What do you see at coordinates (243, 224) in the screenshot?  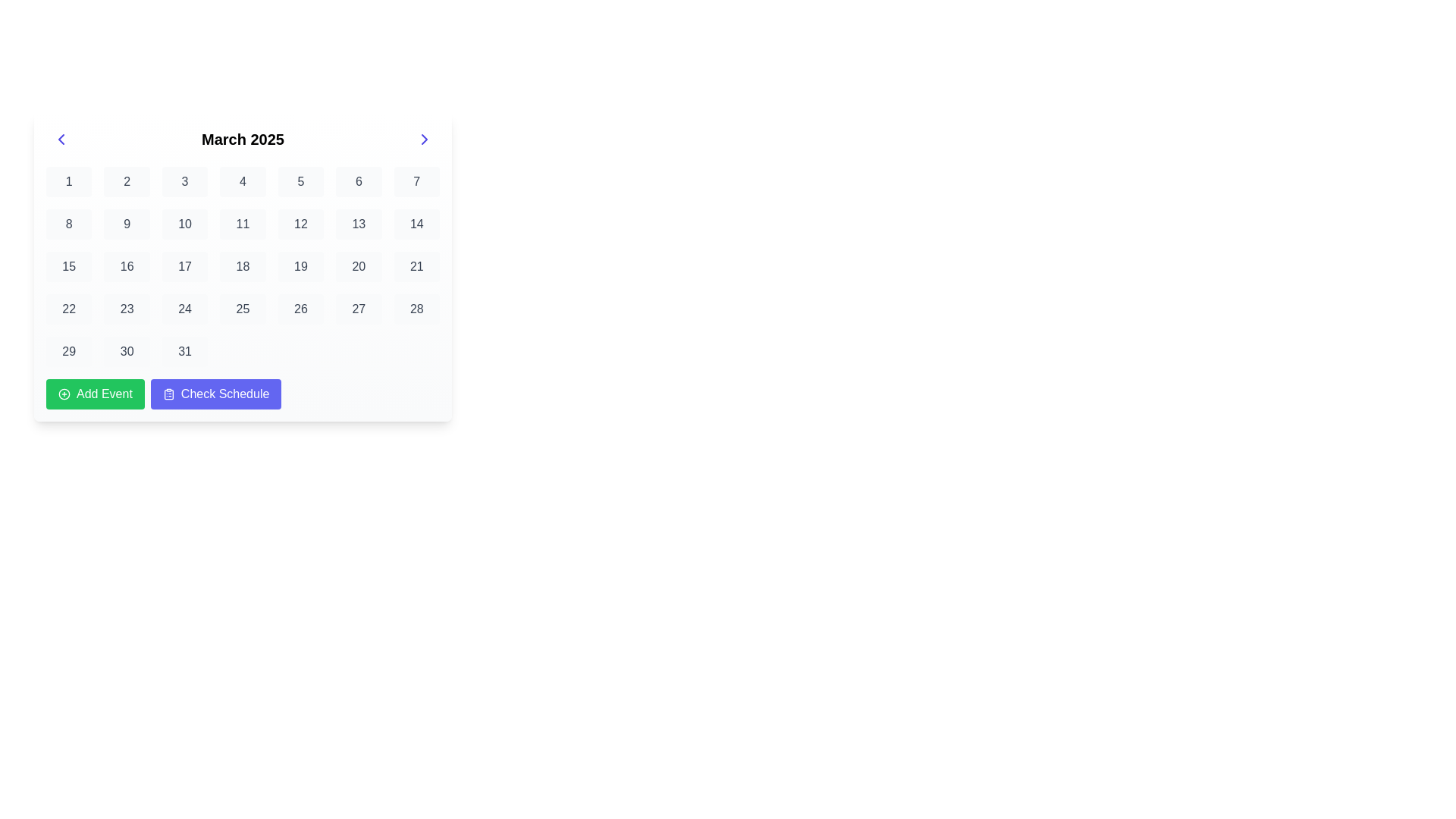 I see `the non-interactive calendar day display element representing the 11th day of the month in the March 2025 calendar interface` at bounding box center [243, 224].